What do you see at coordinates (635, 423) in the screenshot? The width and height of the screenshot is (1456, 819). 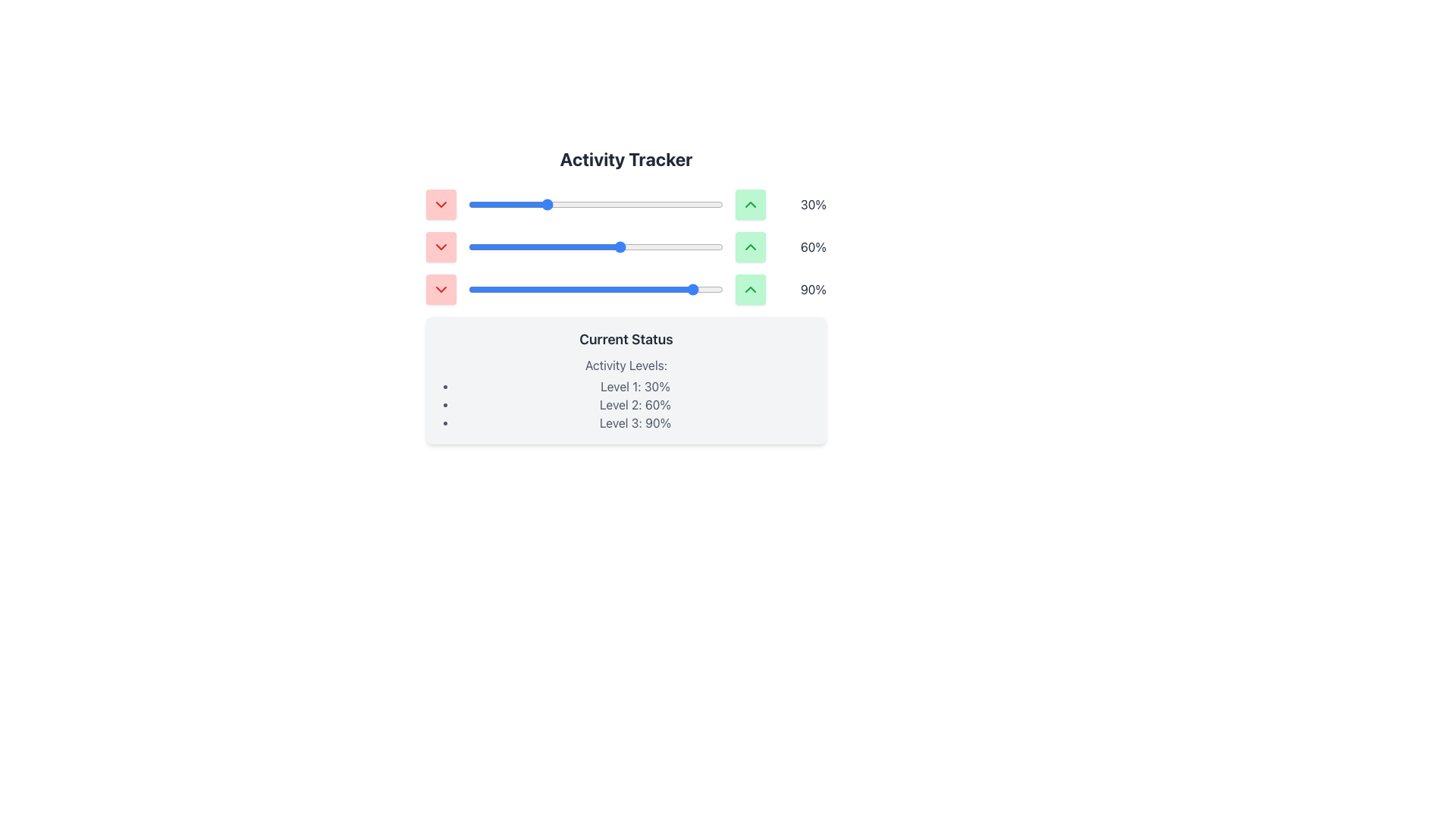 I see `the static text label displaying 'Level 3: 90%' in the 'Current Status' section of the 'Activity Tracker'` at bounding box center [635, 423].